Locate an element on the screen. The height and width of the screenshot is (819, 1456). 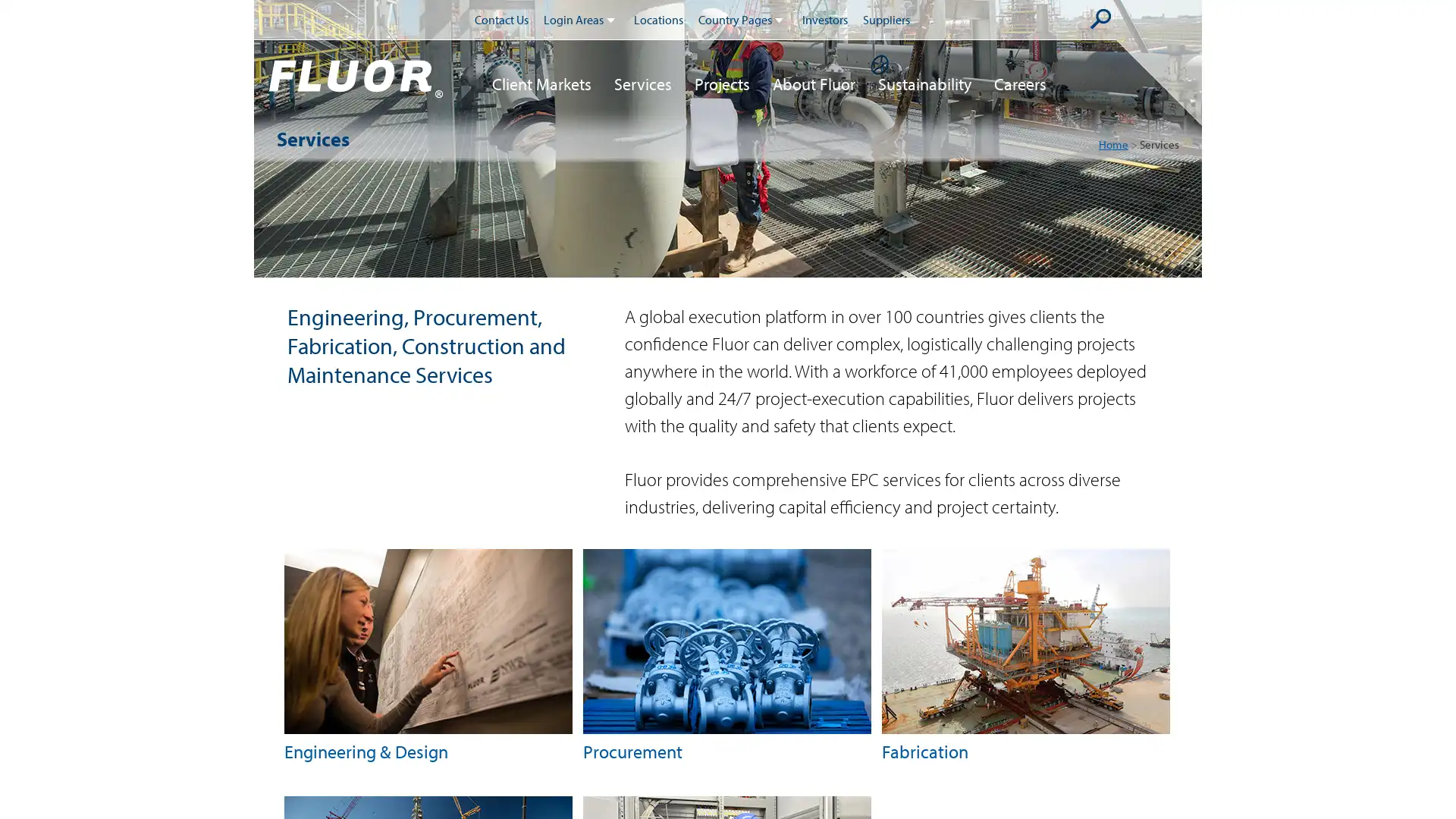
About Fluor is located at coordinates (813, 74).